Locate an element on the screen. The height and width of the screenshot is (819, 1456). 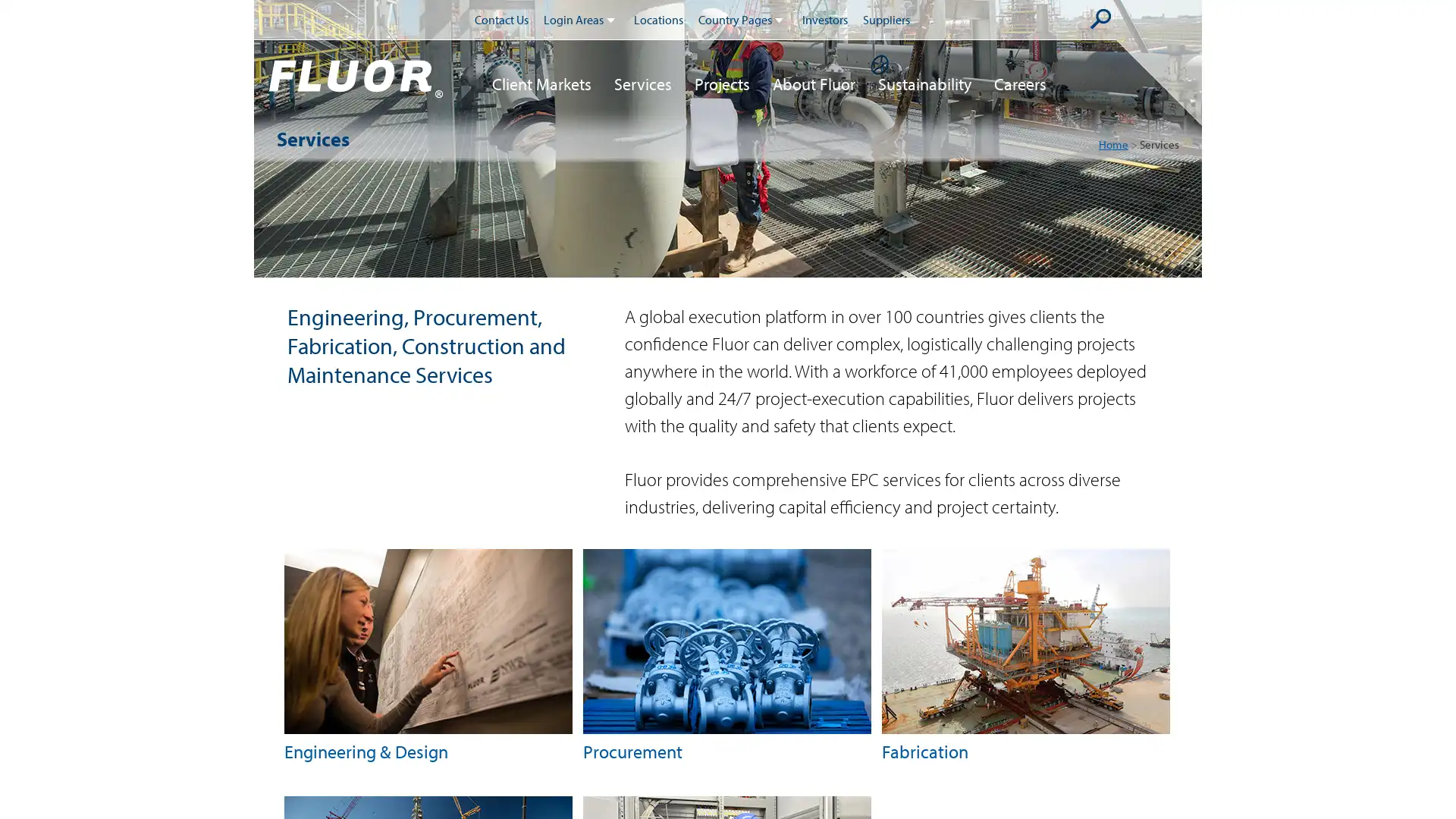
About Fluor is located at coordinates (813, 74).